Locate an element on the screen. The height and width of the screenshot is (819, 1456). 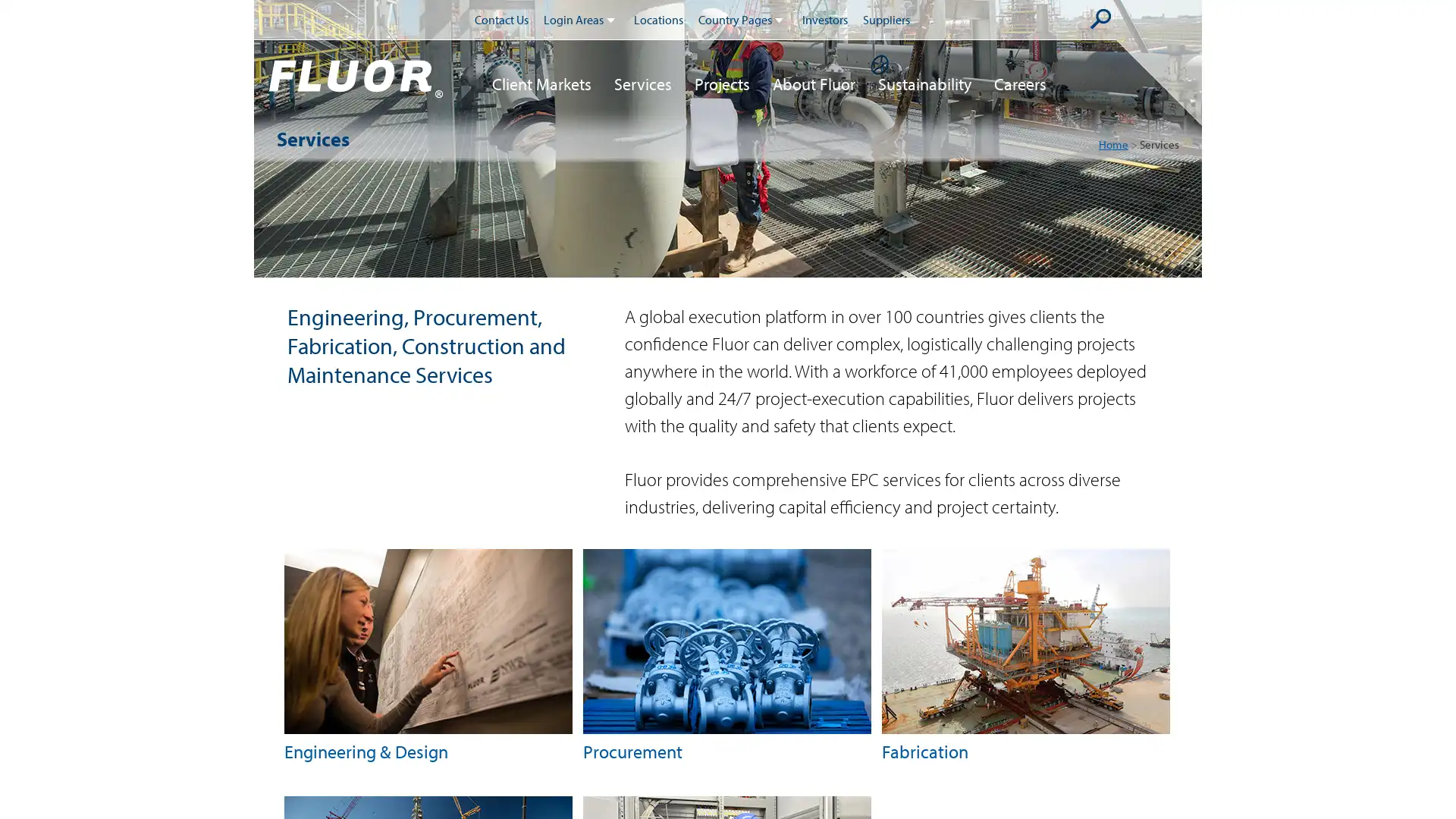
About Fluor is located at coordinates (813, 74).